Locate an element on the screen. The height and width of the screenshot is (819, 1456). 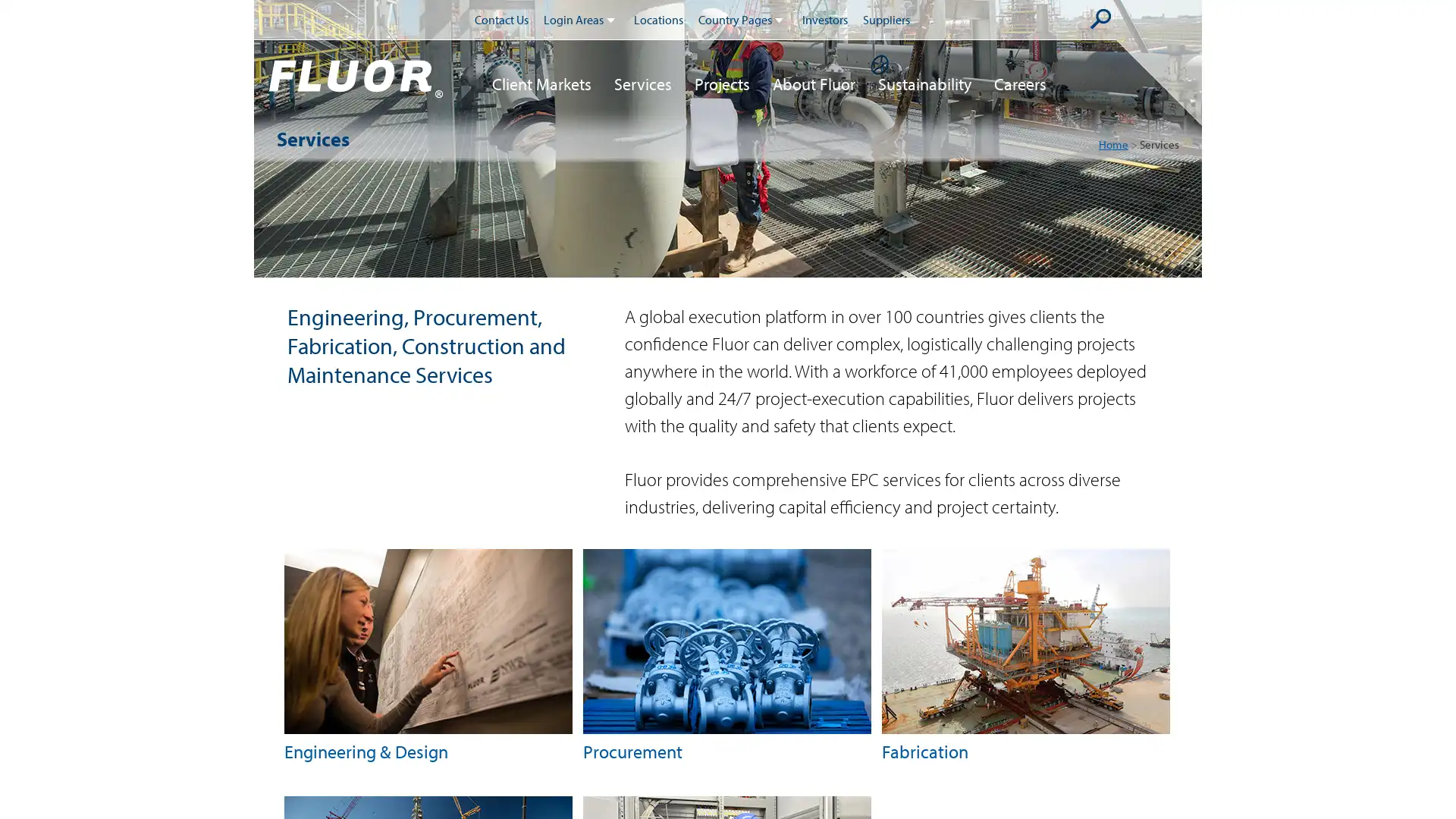
About Fluor is located at coordinates (813, 74).